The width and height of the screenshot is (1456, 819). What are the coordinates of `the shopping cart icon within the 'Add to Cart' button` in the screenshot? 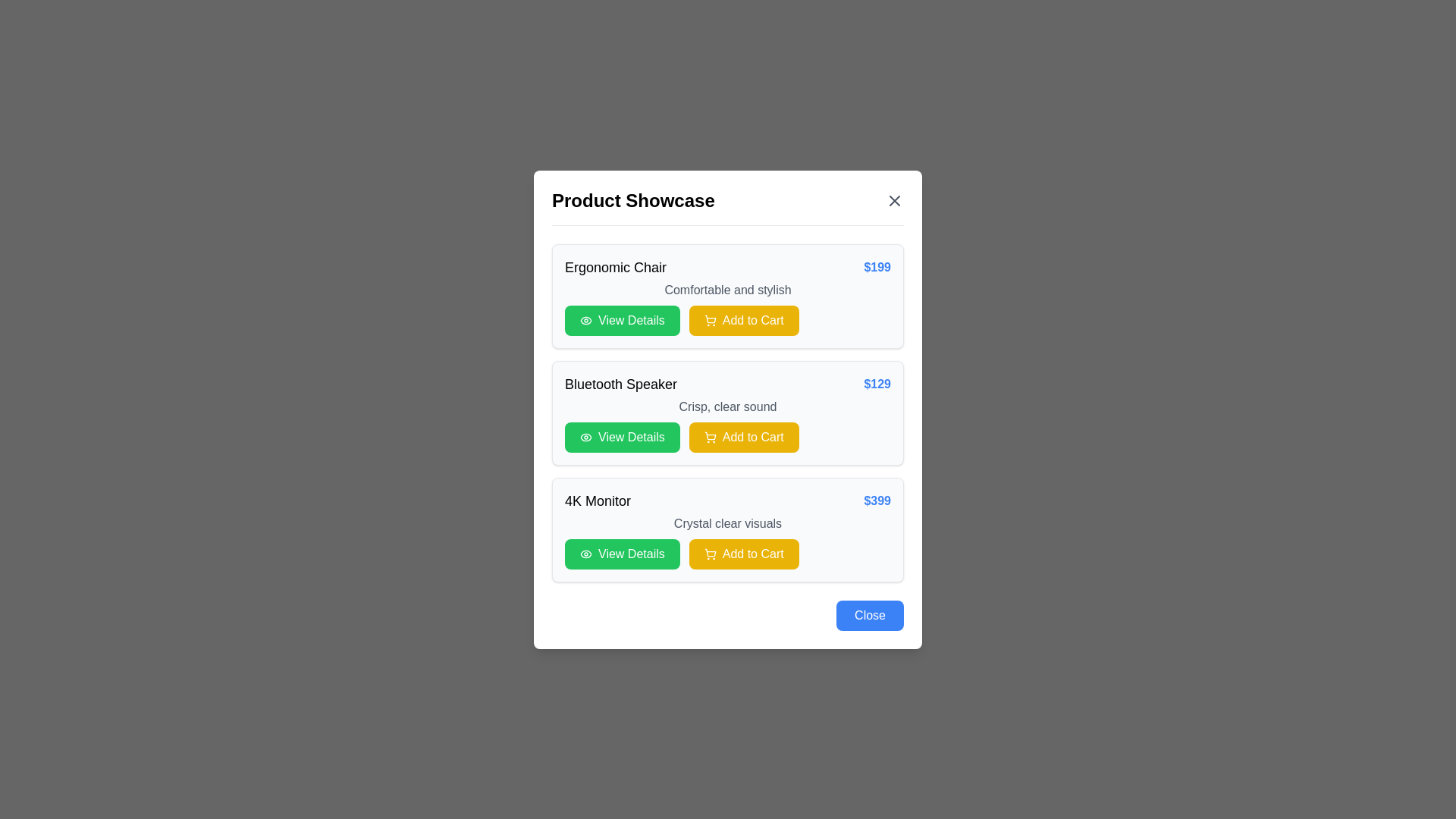 It's located at (709, 554).